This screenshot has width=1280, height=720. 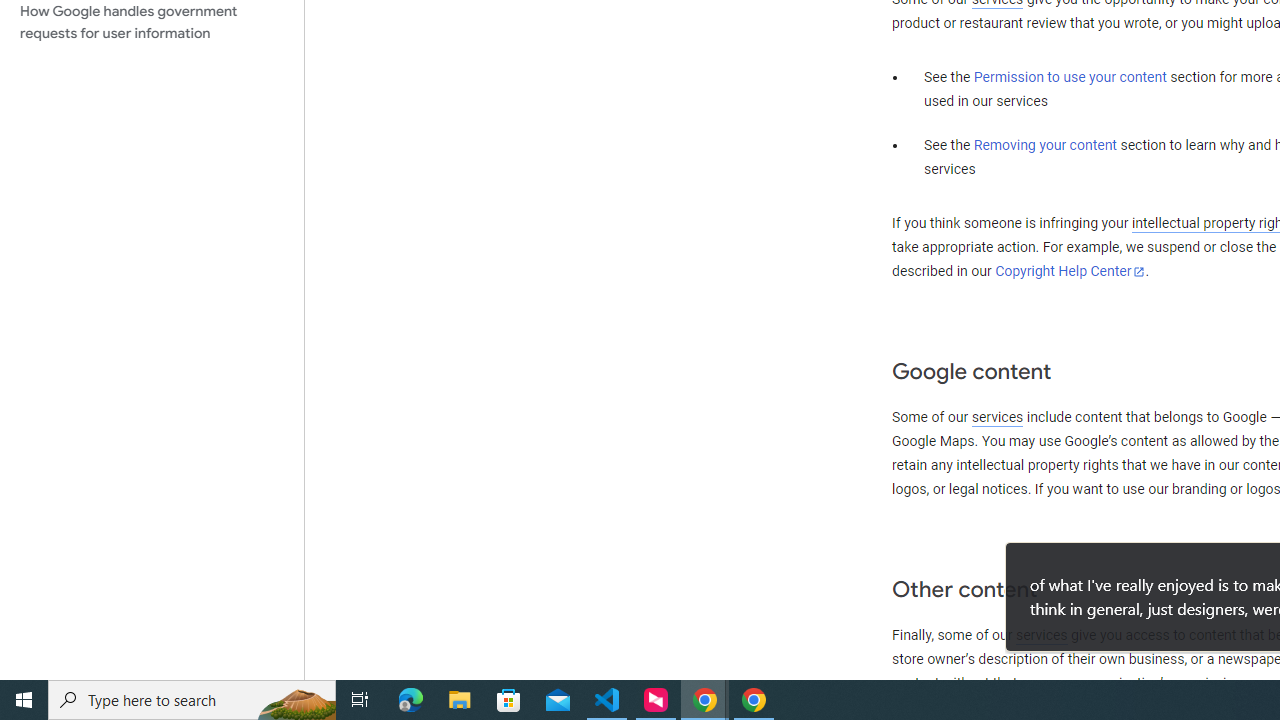 What do you see at coordinates (1040, 635) in the screenshot?
I see `'services'` at bounding box center [1040, 635].